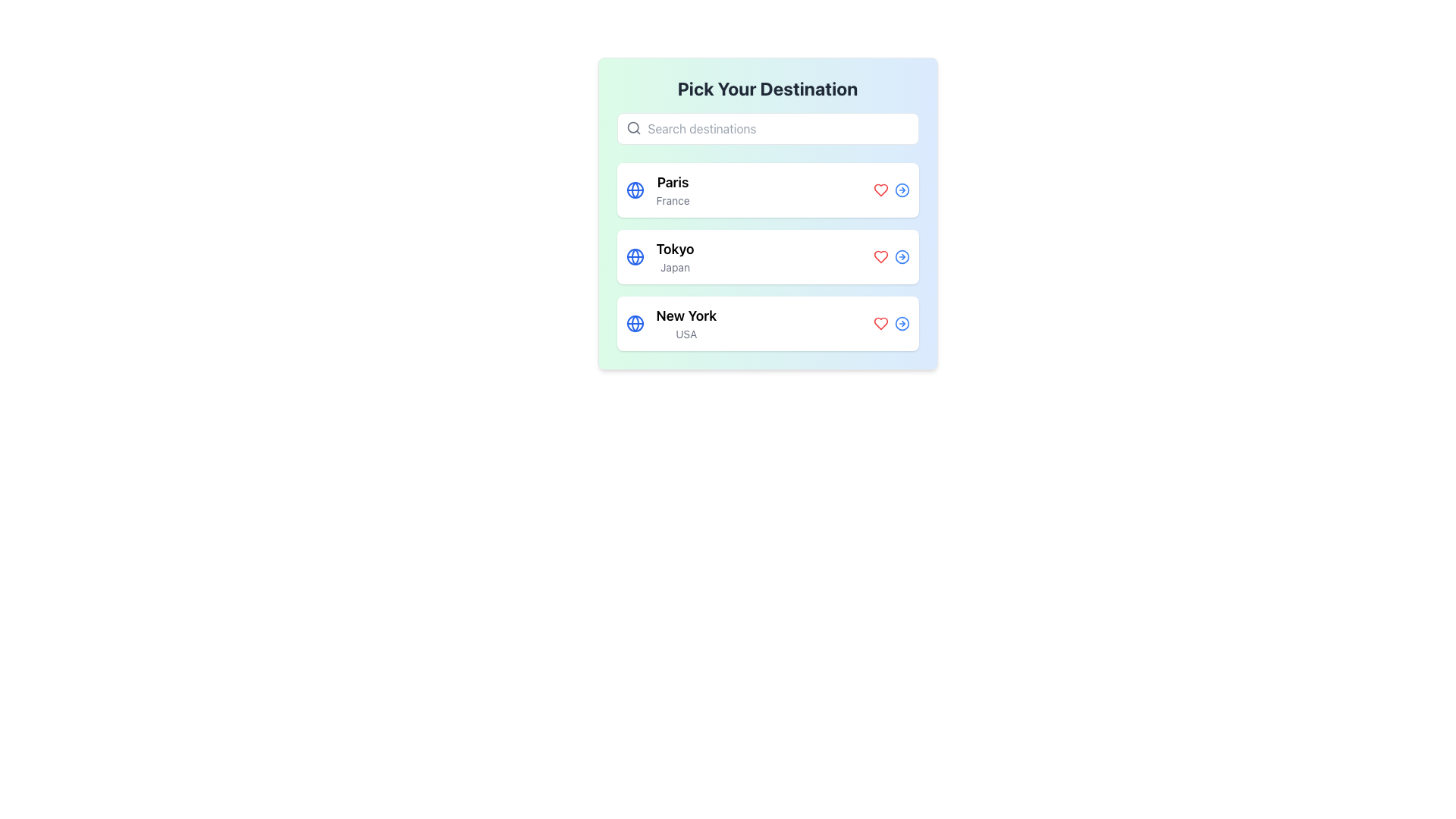 The width and height of the screenshot is (1456, 819). Describe the element at coordinates (670, 323) in the screenshot. I see `the list item displaying the location name 'New York, USA'` at that location.